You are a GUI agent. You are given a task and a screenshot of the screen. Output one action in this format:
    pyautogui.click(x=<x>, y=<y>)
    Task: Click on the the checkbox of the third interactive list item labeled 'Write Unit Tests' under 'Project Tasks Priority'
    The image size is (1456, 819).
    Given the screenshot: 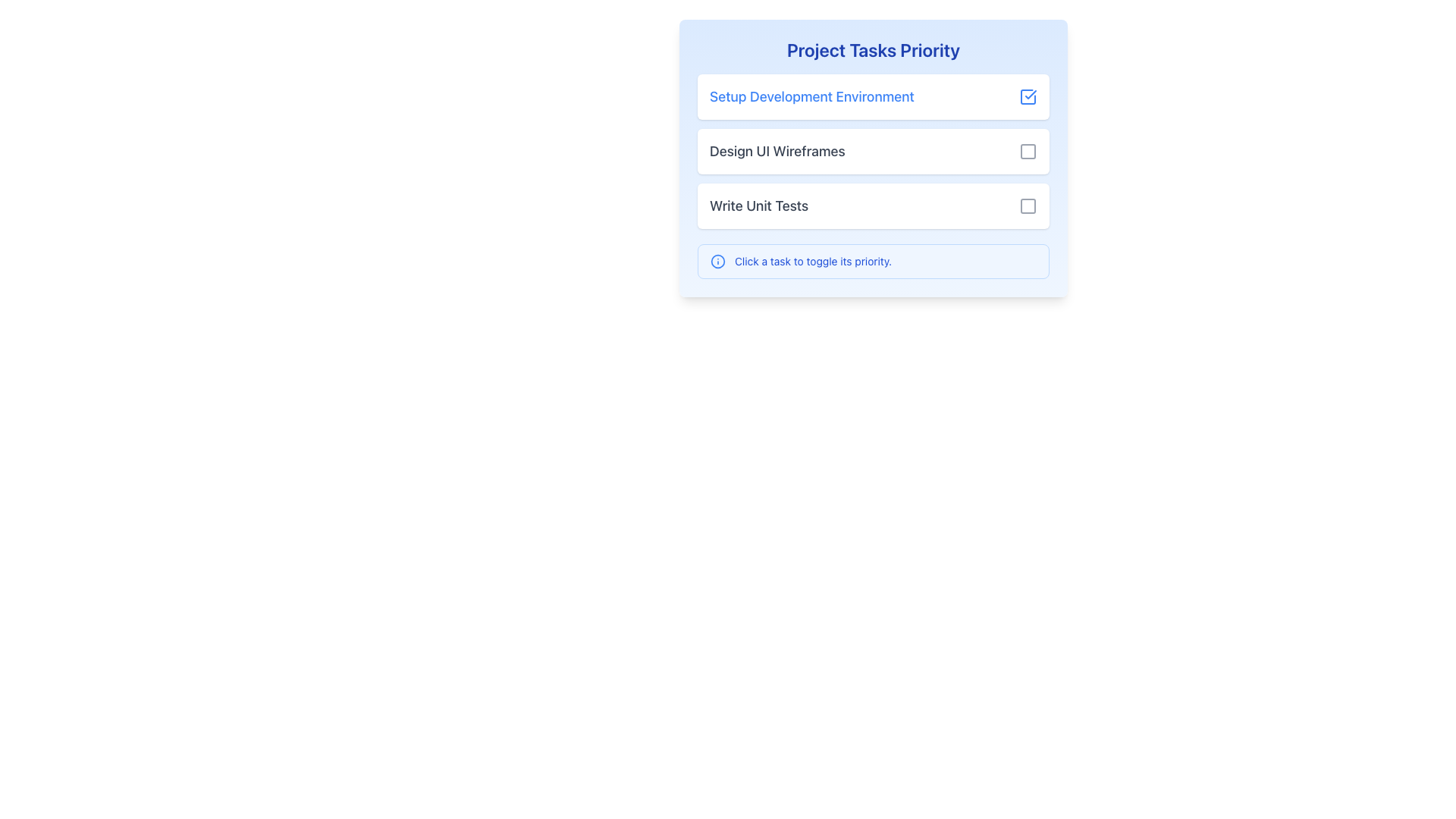 What is the action you would take?
    pyautogui.click(x=874, y=206)
    